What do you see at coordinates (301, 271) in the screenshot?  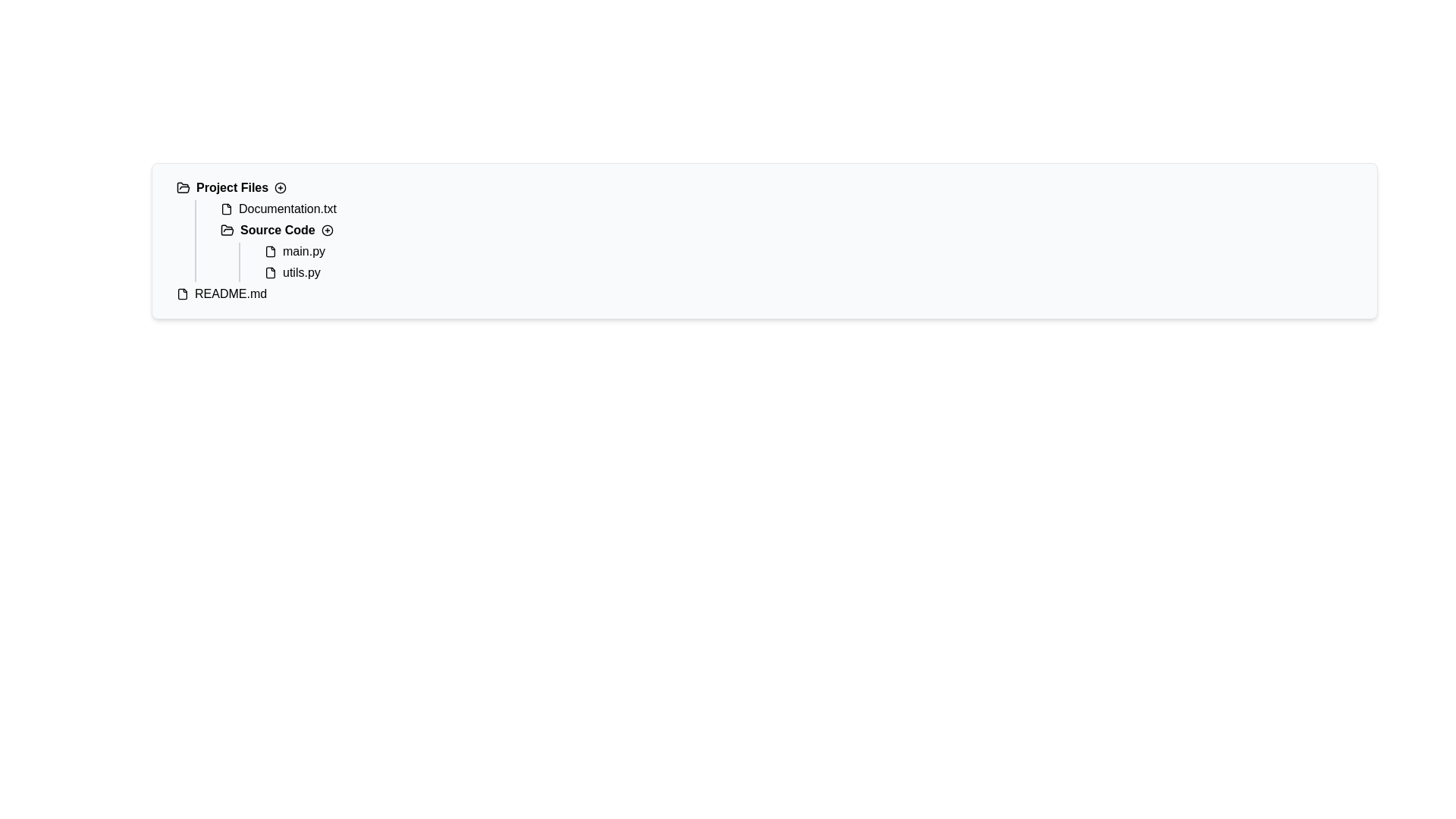 I see `the text label displaying 'utils.py'` at bounding box center [301, 271].